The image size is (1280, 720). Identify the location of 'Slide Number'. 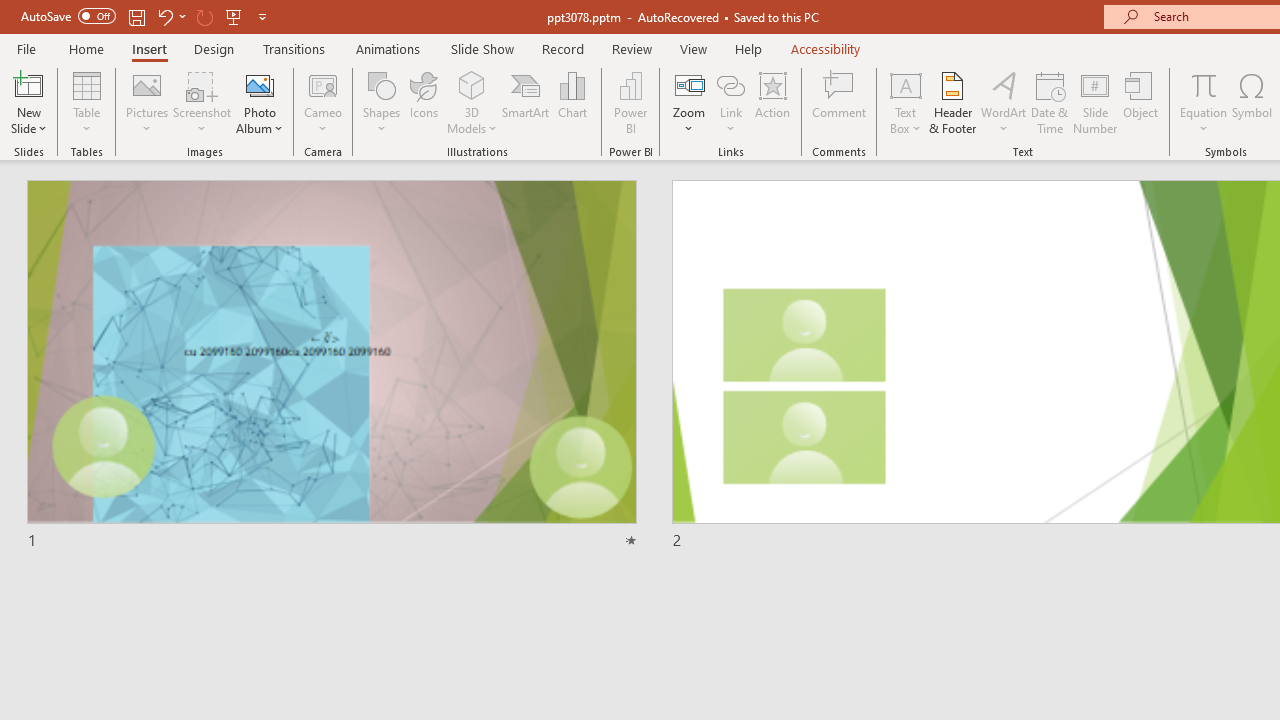
(1094, 103).